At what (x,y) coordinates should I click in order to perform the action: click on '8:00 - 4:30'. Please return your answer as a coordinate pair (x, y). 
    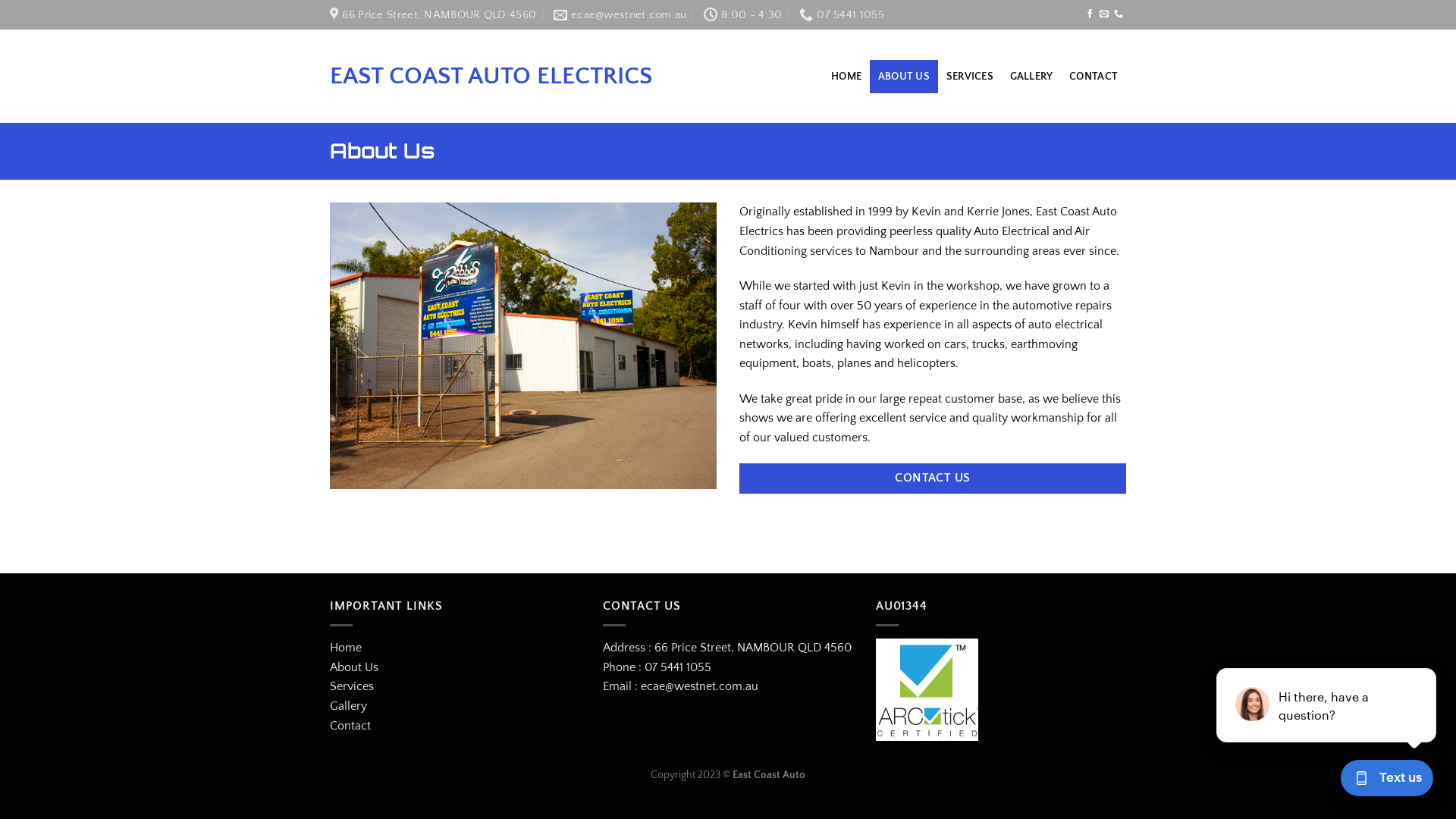
    Looking at the image, I should click on (702, 14).